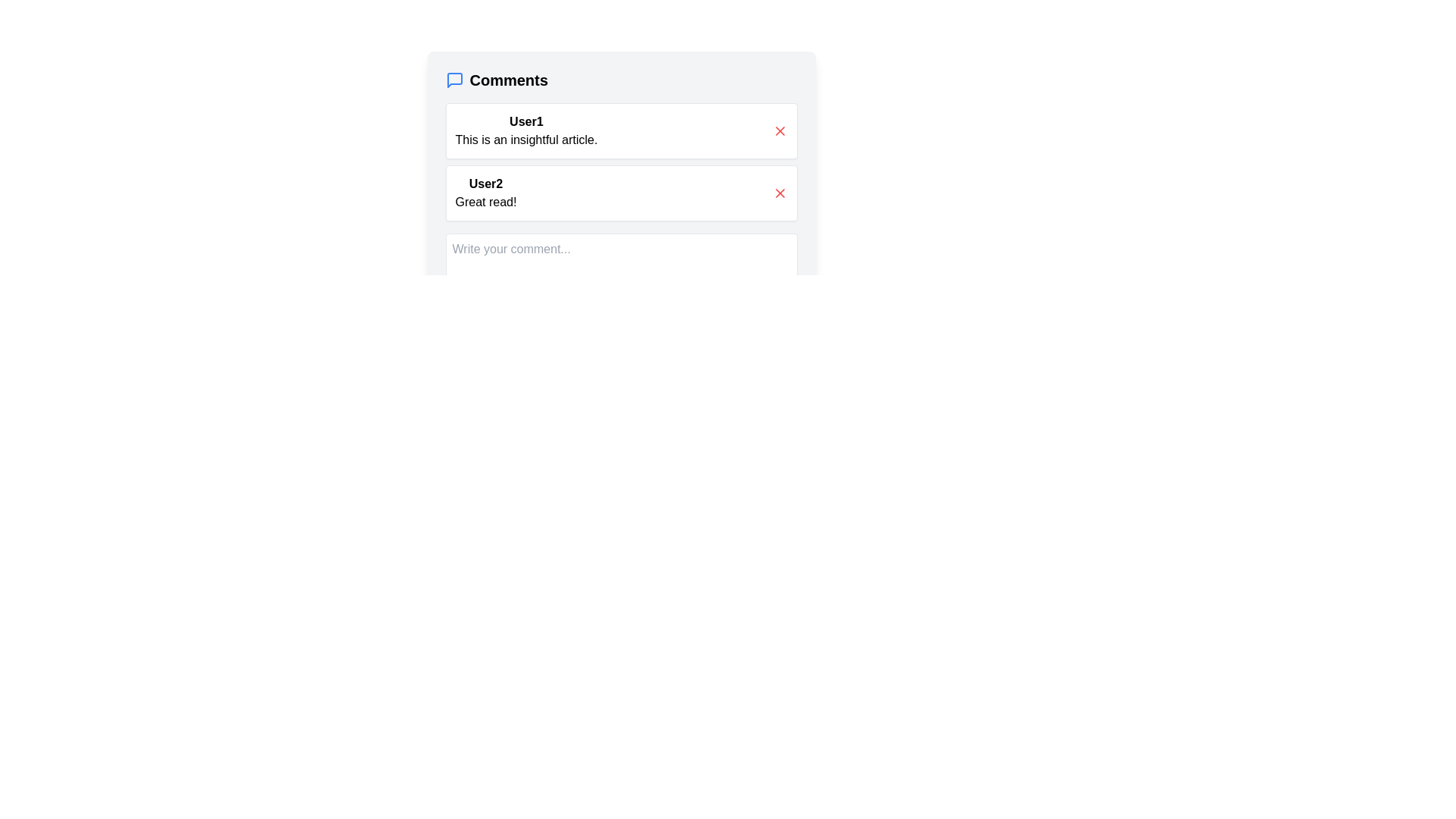 The width and height of the screenshot is (1456, 819). What do you see at coordinates (780, 130) in the screenshot?
I see `the red-colored ‘X’ icon button located on the rightmost side of User1's comment box to change its visual style` at bounding box center [780, 130].